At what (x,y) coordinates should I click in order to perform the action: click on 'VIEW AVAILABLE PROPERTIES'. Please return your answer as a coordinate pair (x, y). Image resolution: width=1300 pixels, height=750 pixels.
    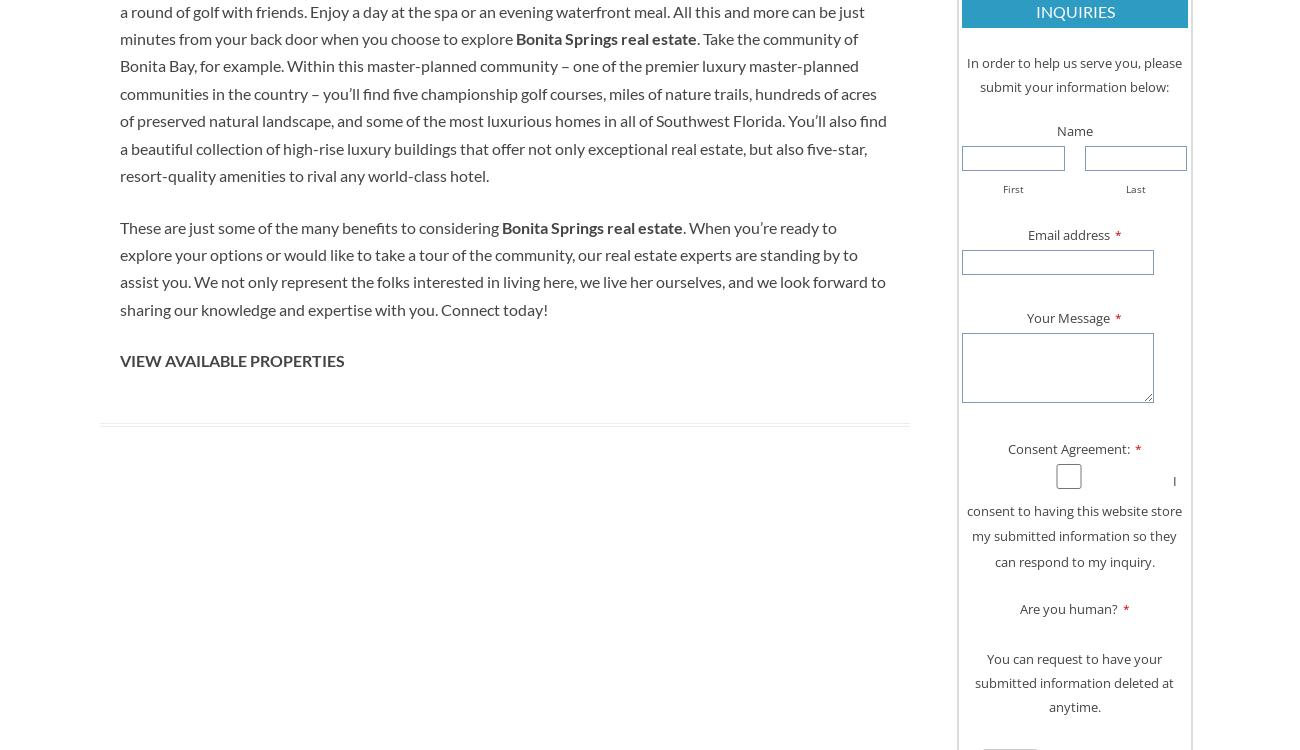
    Looking at the image, I should click on (118, 359).